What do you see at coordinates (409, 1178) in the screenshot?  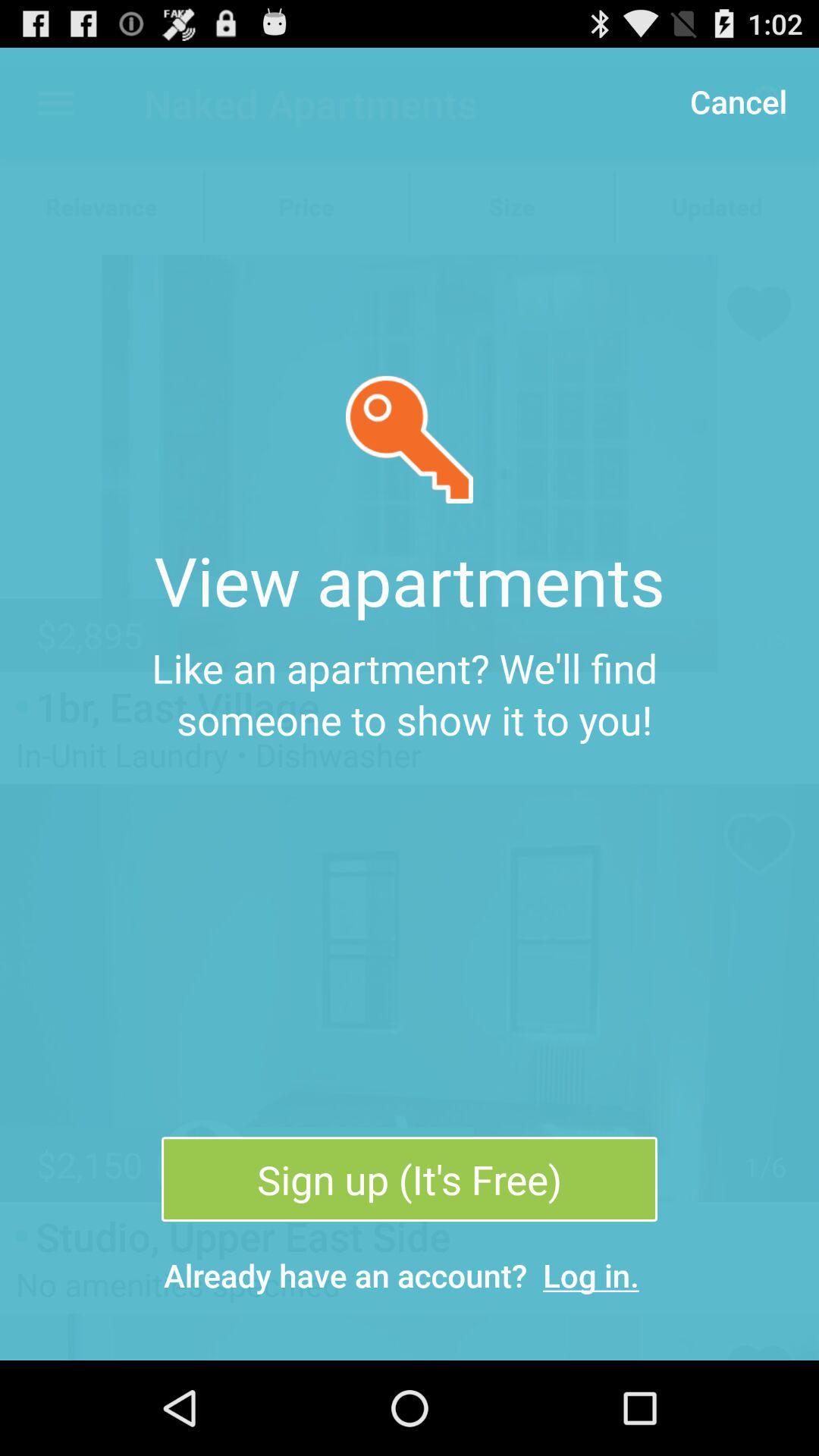 I see `sign up it icon` at bounding box center [409, 1178].